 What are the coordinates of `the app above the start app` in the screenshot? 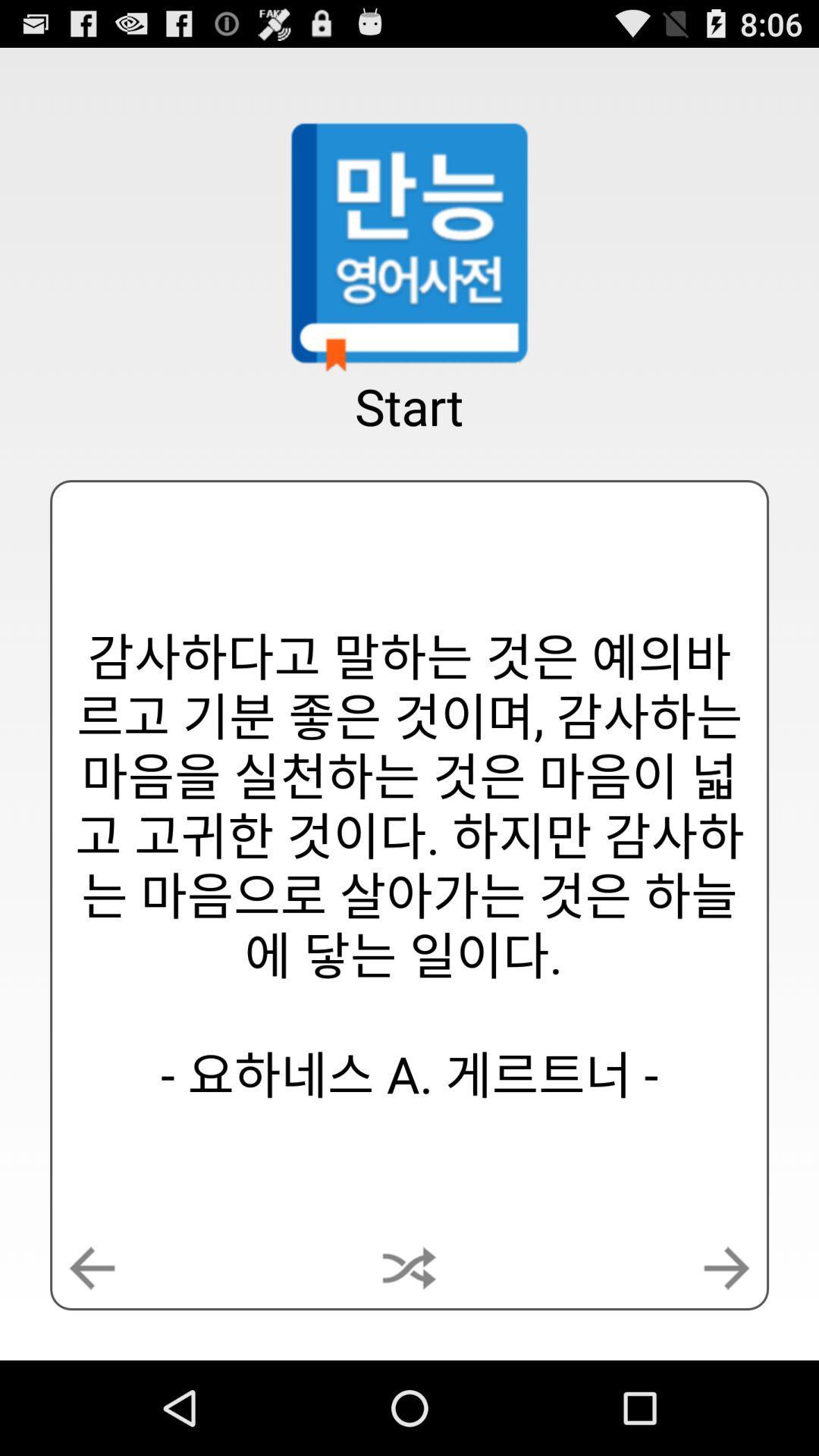 It's located at (409, 245).